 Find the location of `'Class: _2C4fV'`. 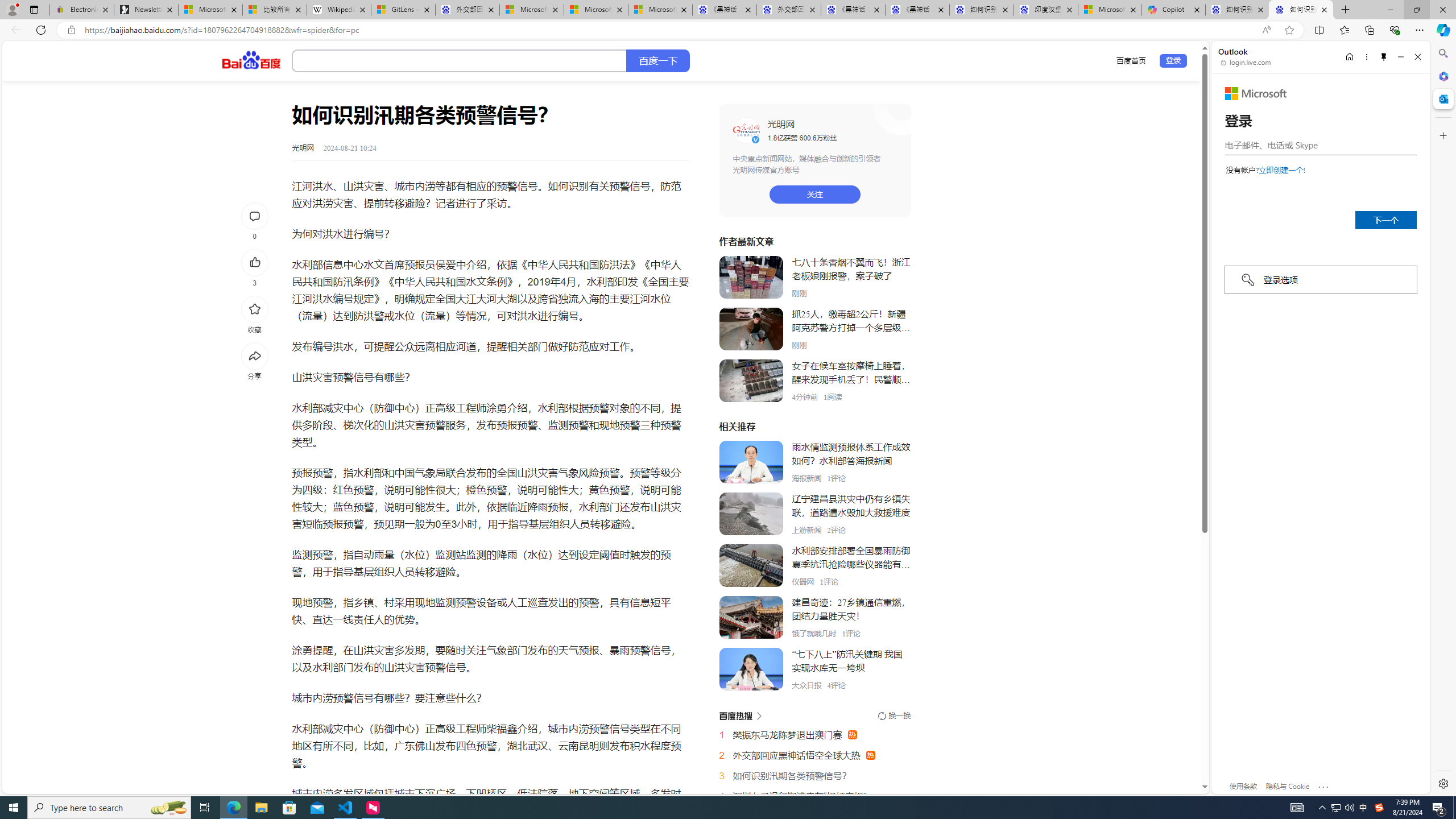

'Class: _2C4fV' is located at coordinates (459, 61).